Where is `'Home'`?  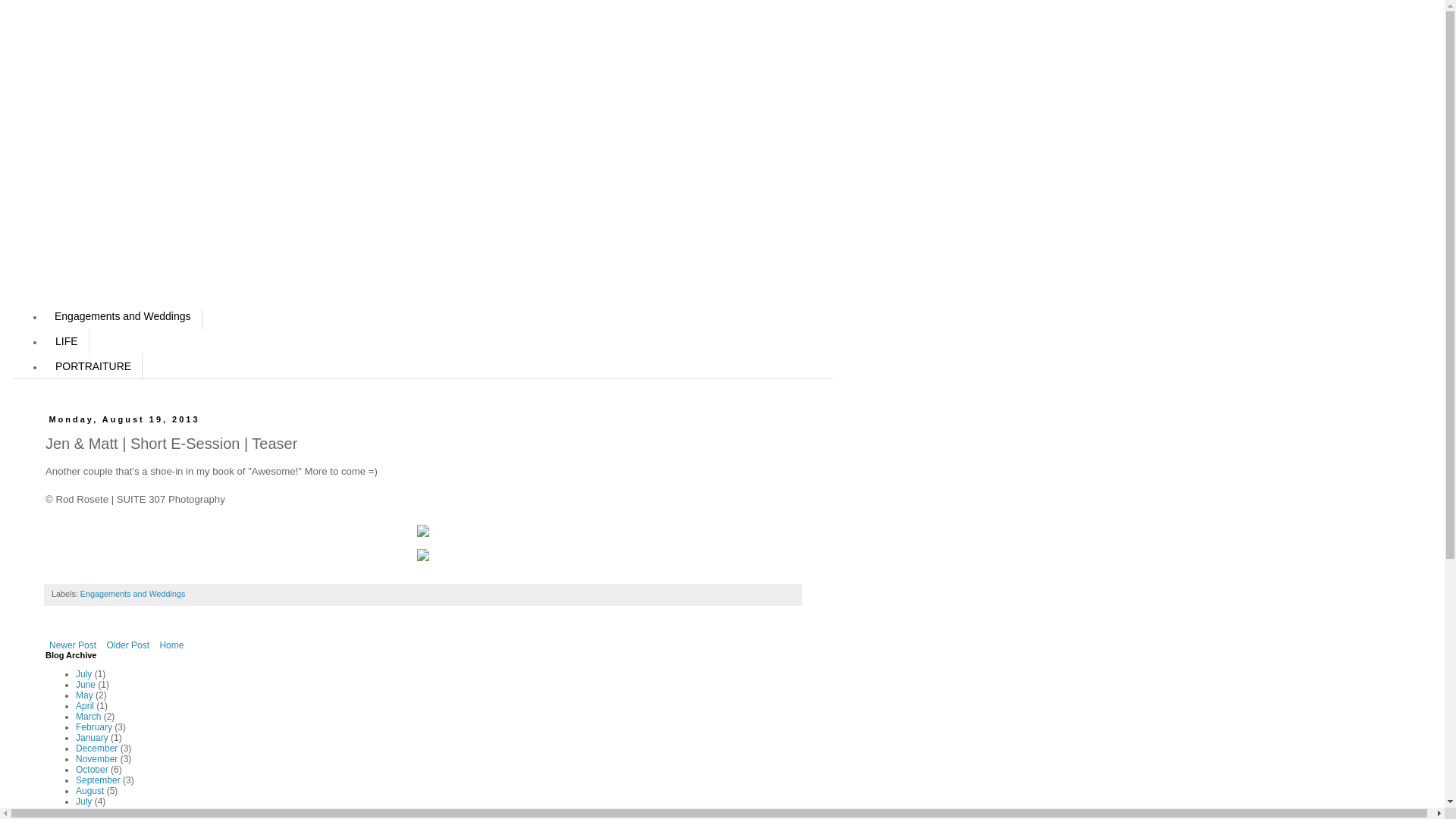
'Home' is located at coordinates (155, 645).